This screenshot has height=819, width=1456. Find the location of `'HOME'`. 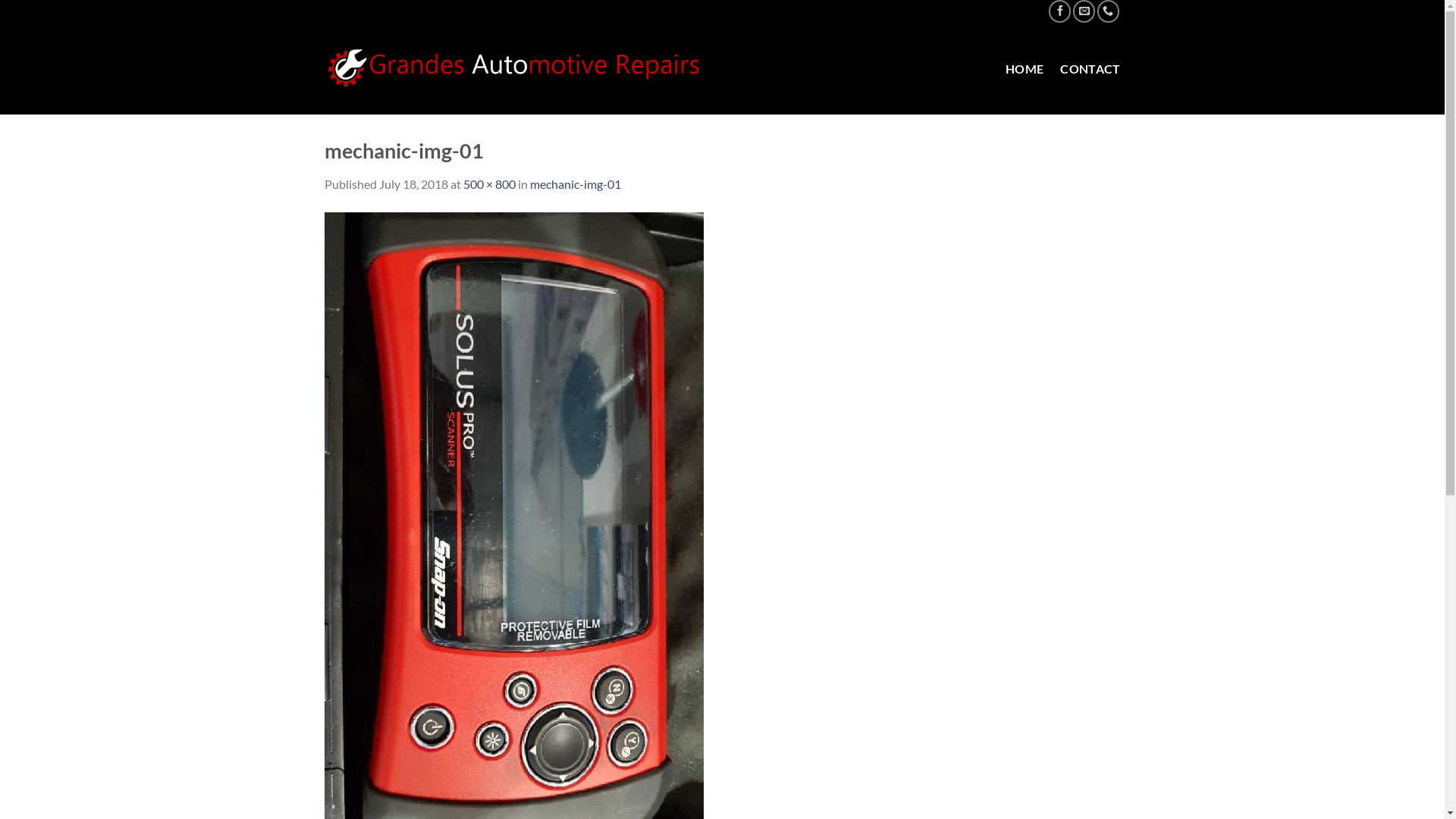

'HOME' is located at coordinates (1005, 69).